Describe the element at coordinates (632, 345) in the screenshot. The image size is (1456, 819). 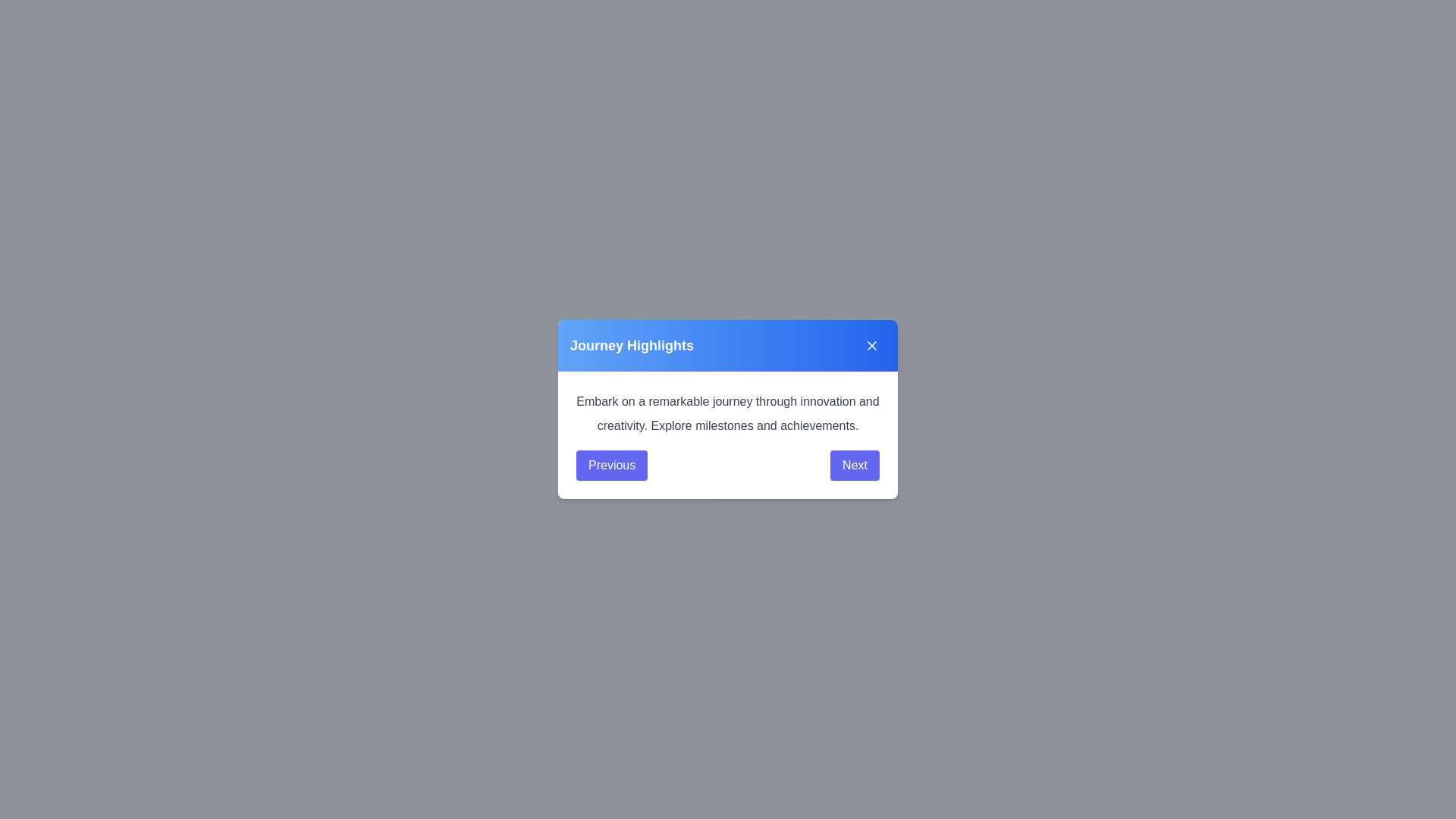
I see `text from the bold 'Journey Highlights' label located in the gradient blue title bar at the top of the modal interface` at that location.